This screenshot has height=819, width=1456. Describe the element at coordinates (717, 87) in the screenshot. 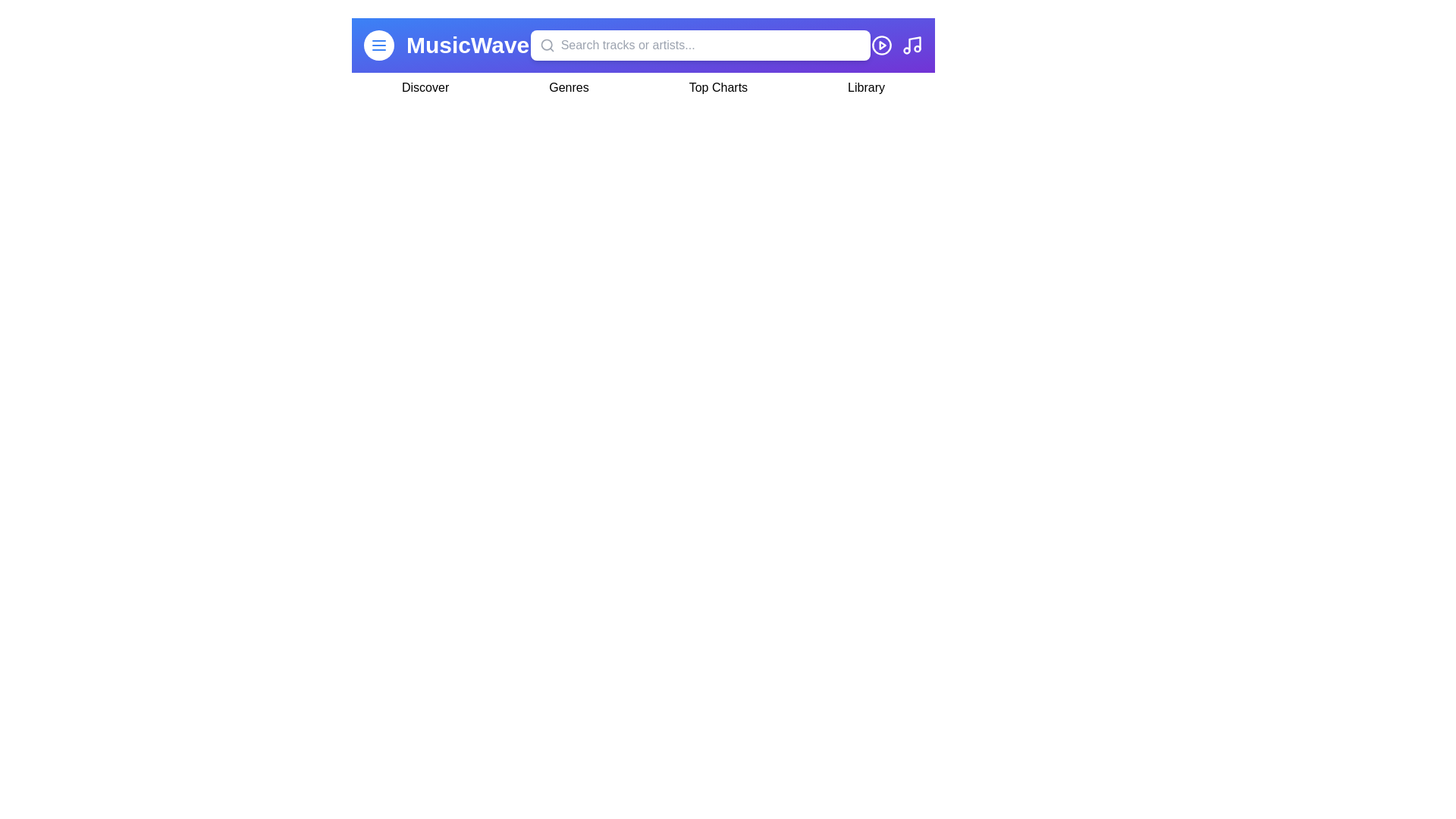

I see `the navigation item Top Charts by clicking on it` at that location.